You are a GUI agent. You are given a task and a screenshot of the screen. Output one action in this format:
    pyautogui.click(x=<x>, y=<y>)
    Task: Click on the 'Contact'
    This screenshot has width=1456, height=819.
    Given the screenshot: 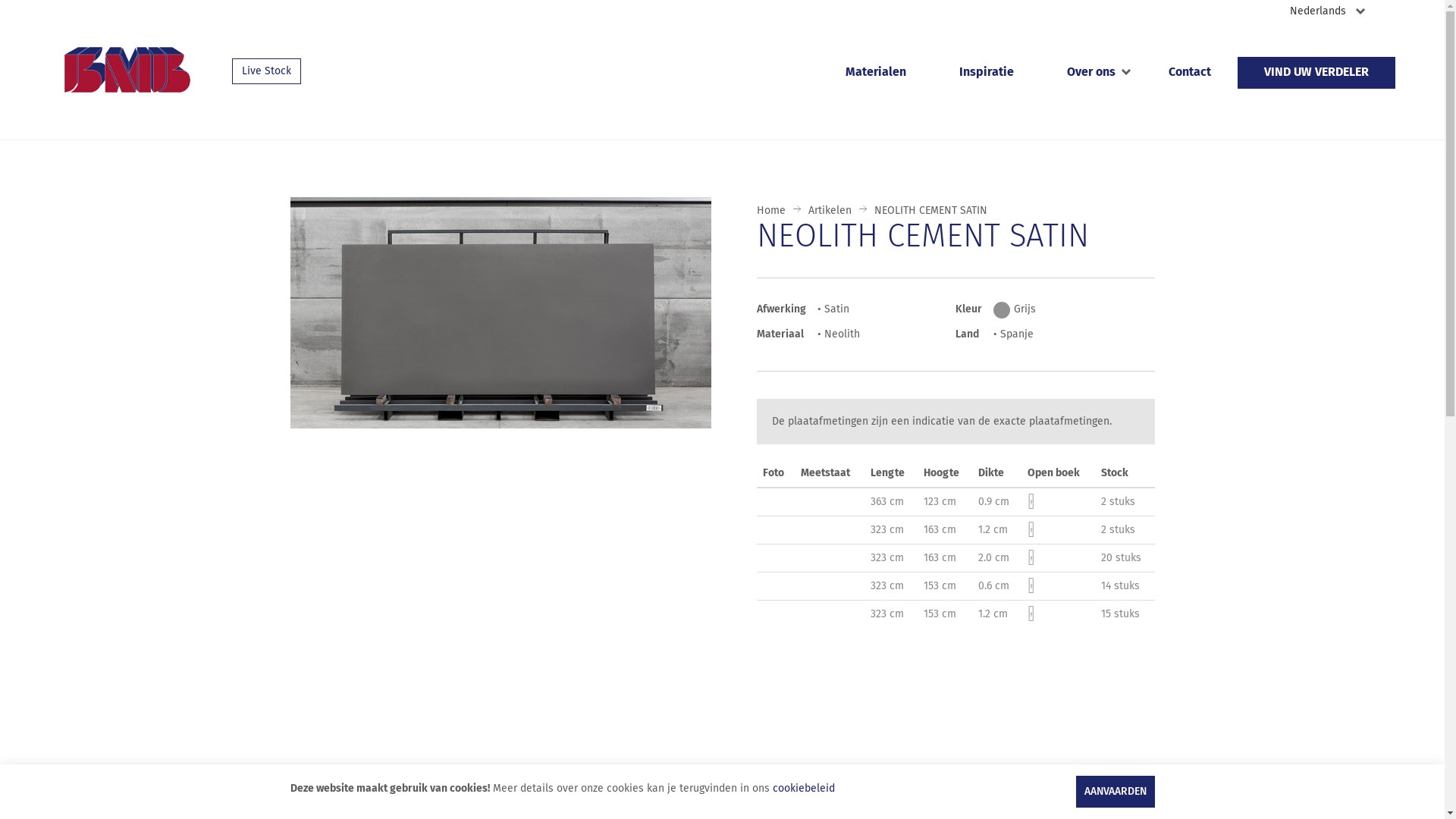 What is the action you would take?
    pyautogui.click(x=1189, y=73)
    